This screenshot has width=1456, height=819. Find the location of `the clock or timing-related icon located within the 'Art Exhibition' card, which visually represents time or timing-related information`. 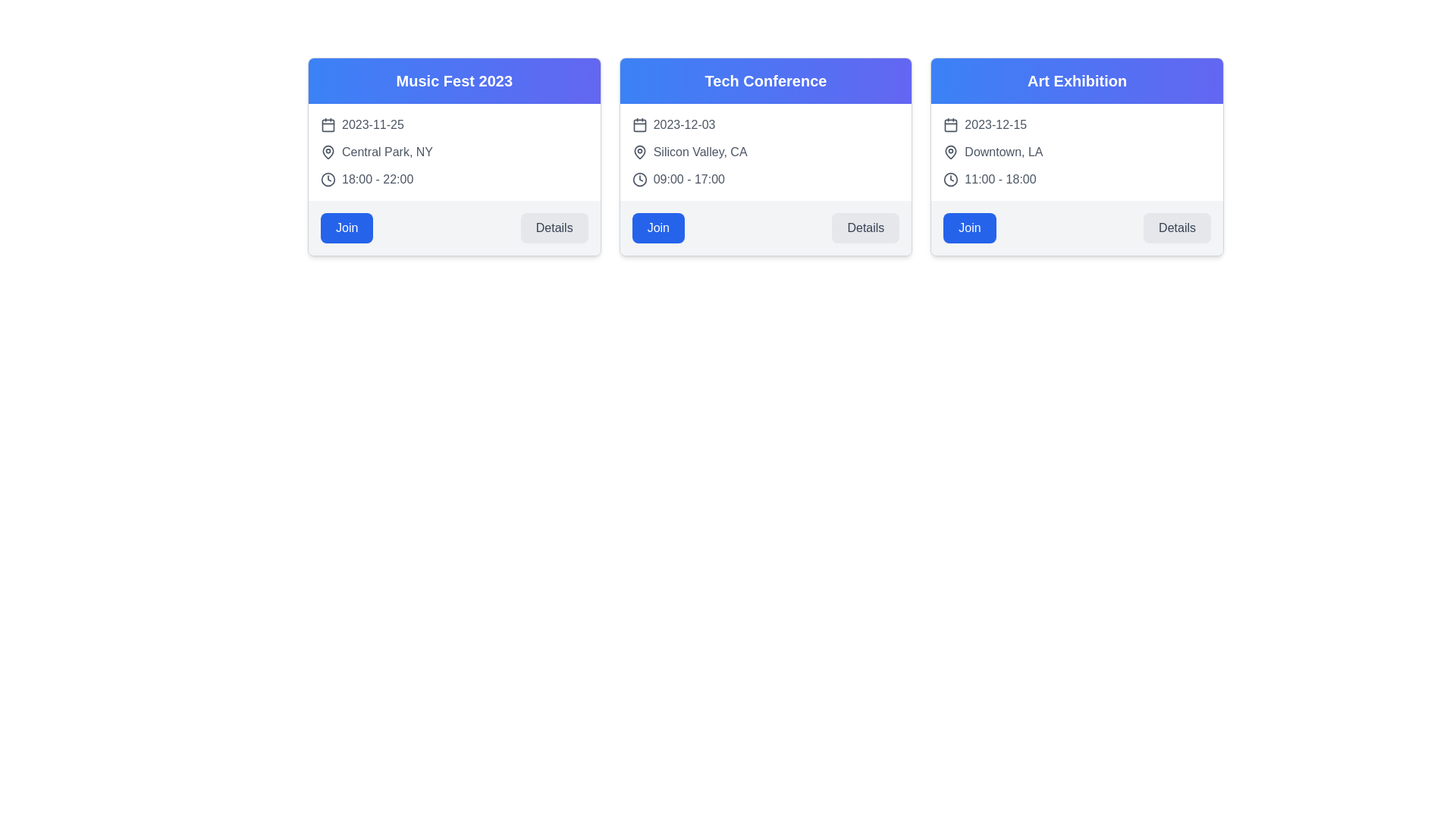

the clock or timing-related icon located within the 'Art Exhibition' card, which visually represents time or timing-related information is located at coordinates (950, 178).